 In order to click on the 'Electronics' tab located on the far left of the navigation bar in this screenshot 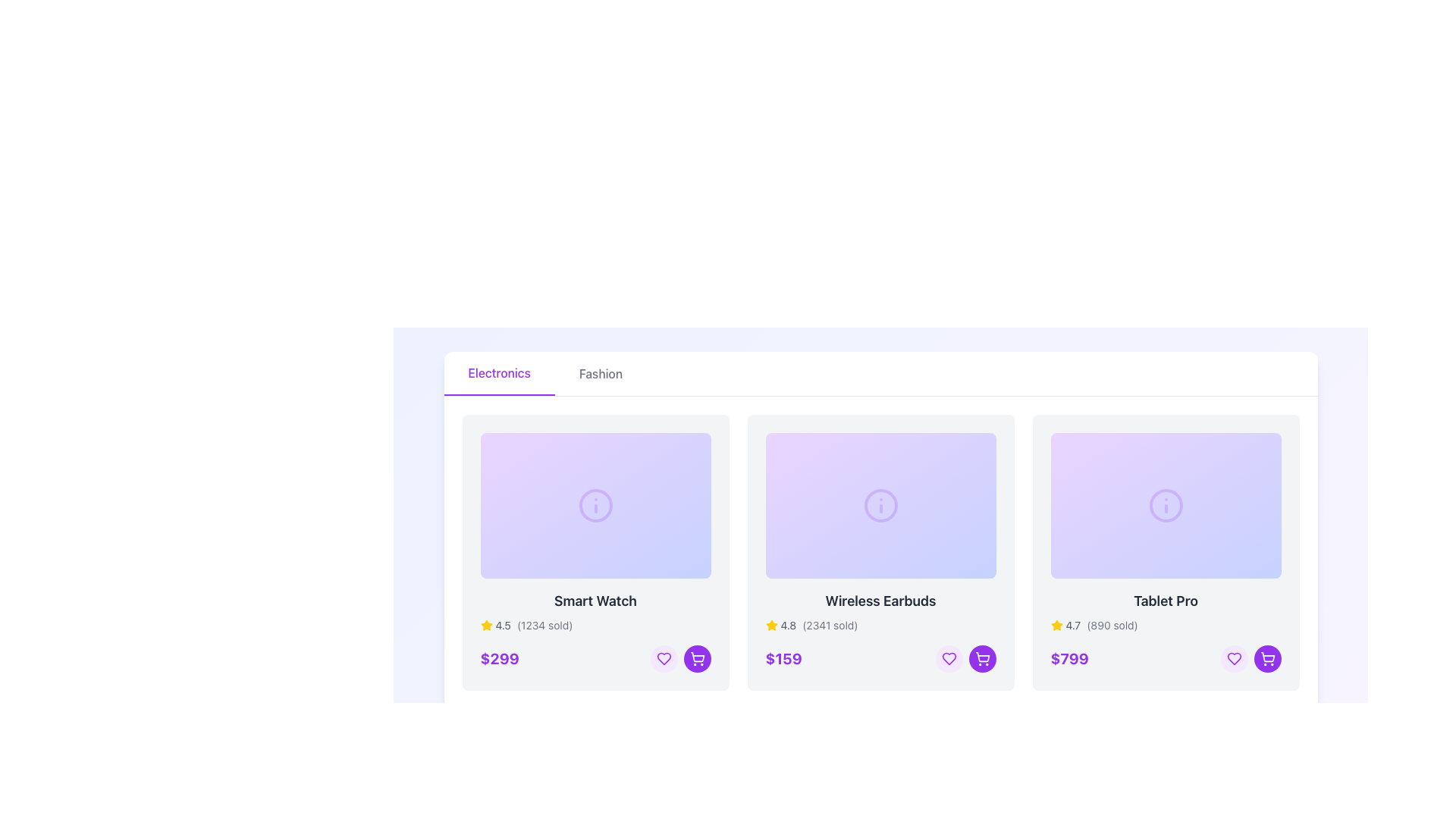, I will do `click(499, 374)`.